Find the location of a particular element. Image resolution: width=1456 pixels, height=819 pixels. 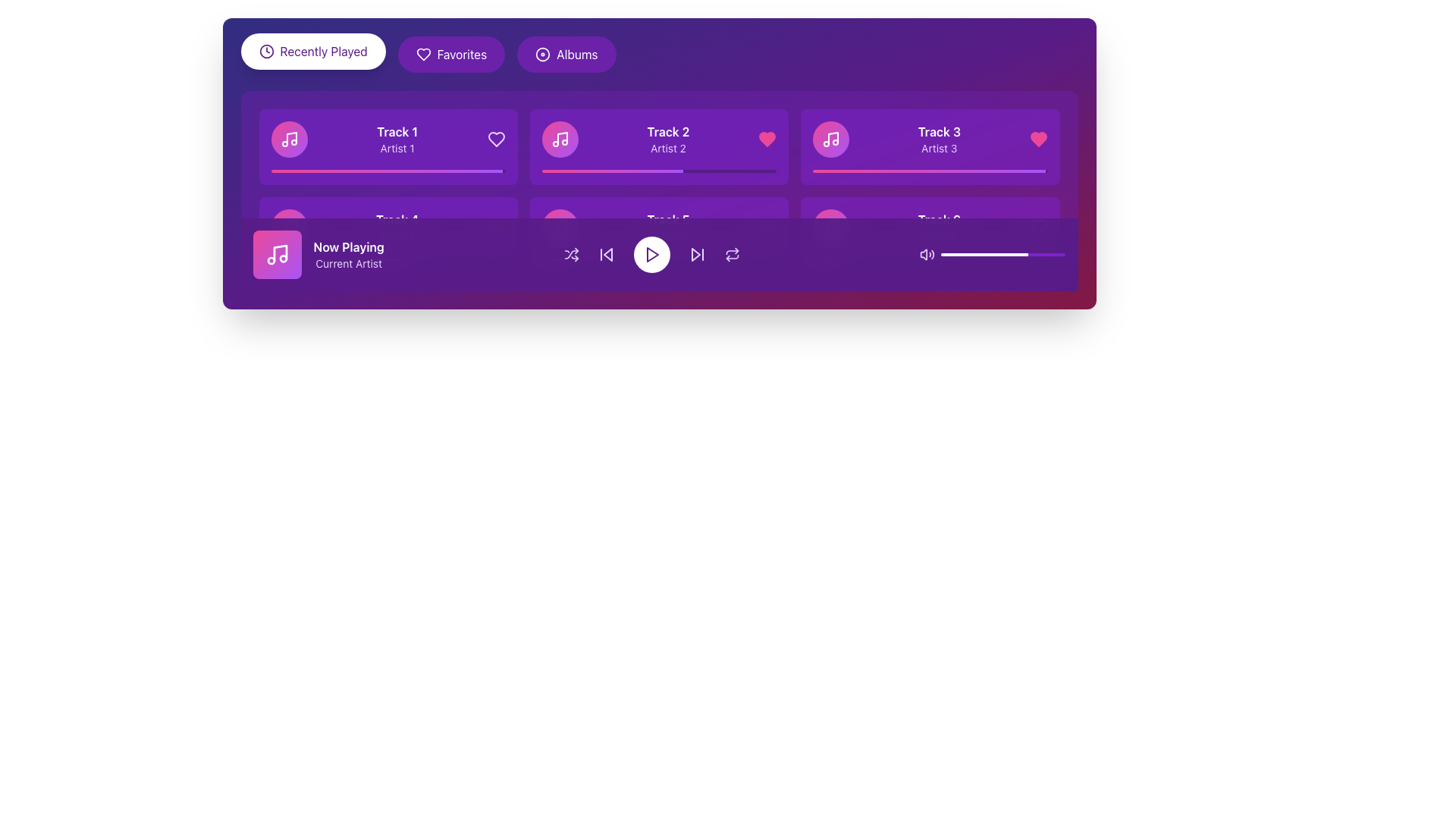

the volume level is located at coordinates (991, 253).